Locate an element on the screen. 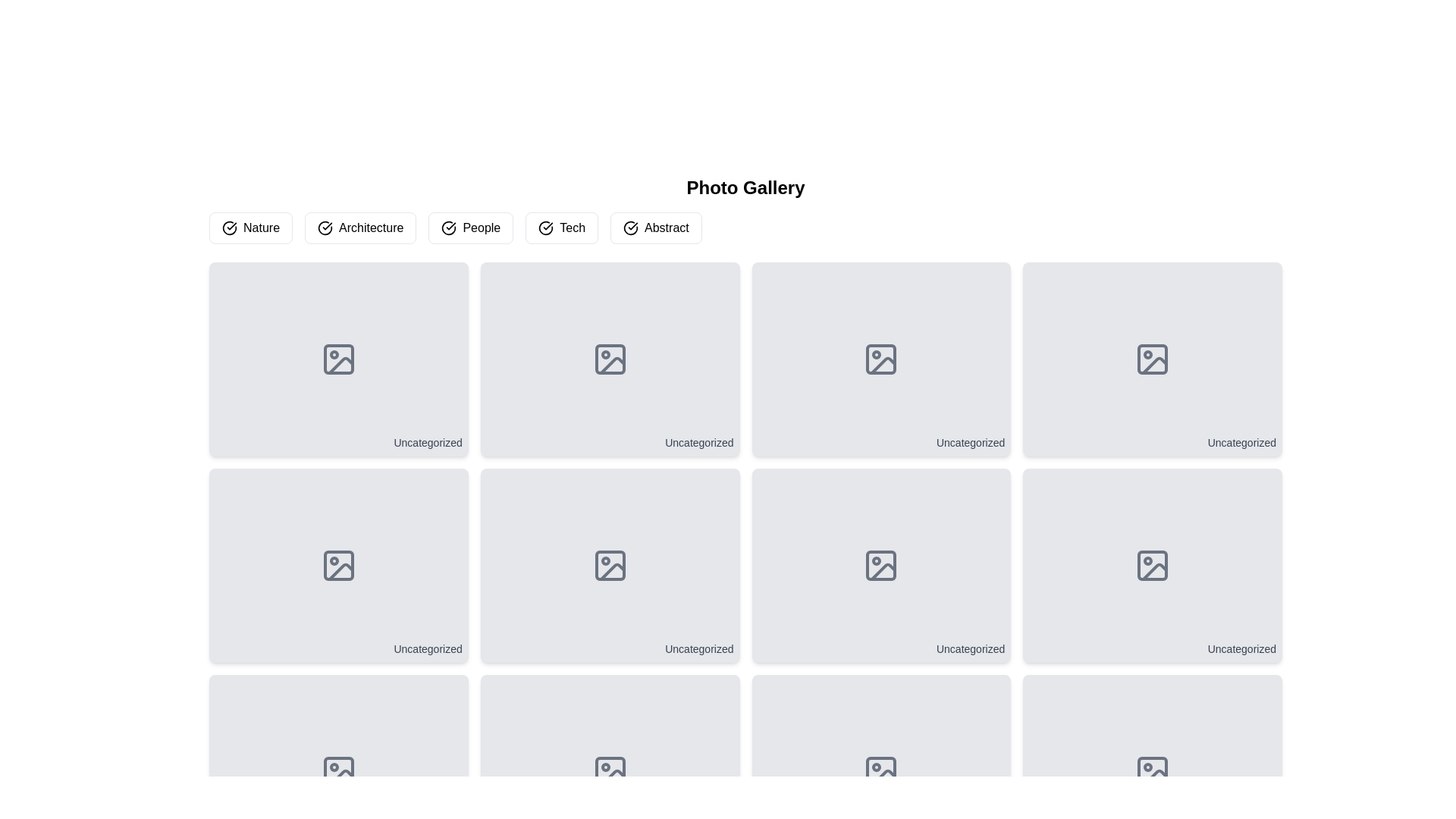  the graphical component indicating a missing or placeholder image located in the third card of the top row in a grid layout is located at coordinates (1153, 359).